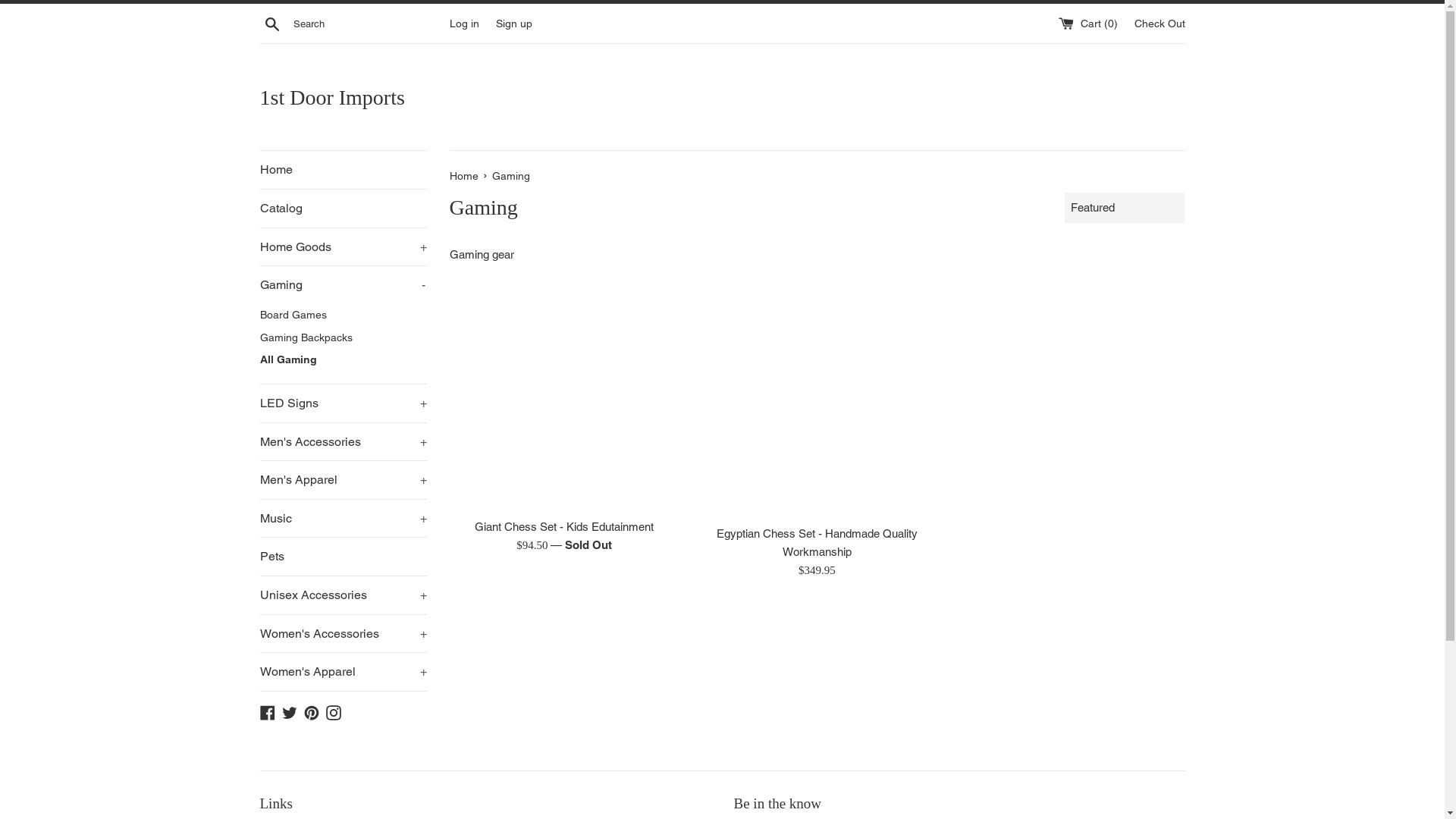 The image size is (1456, 819). I want to click on 'Check Out', so click(1159, 23).